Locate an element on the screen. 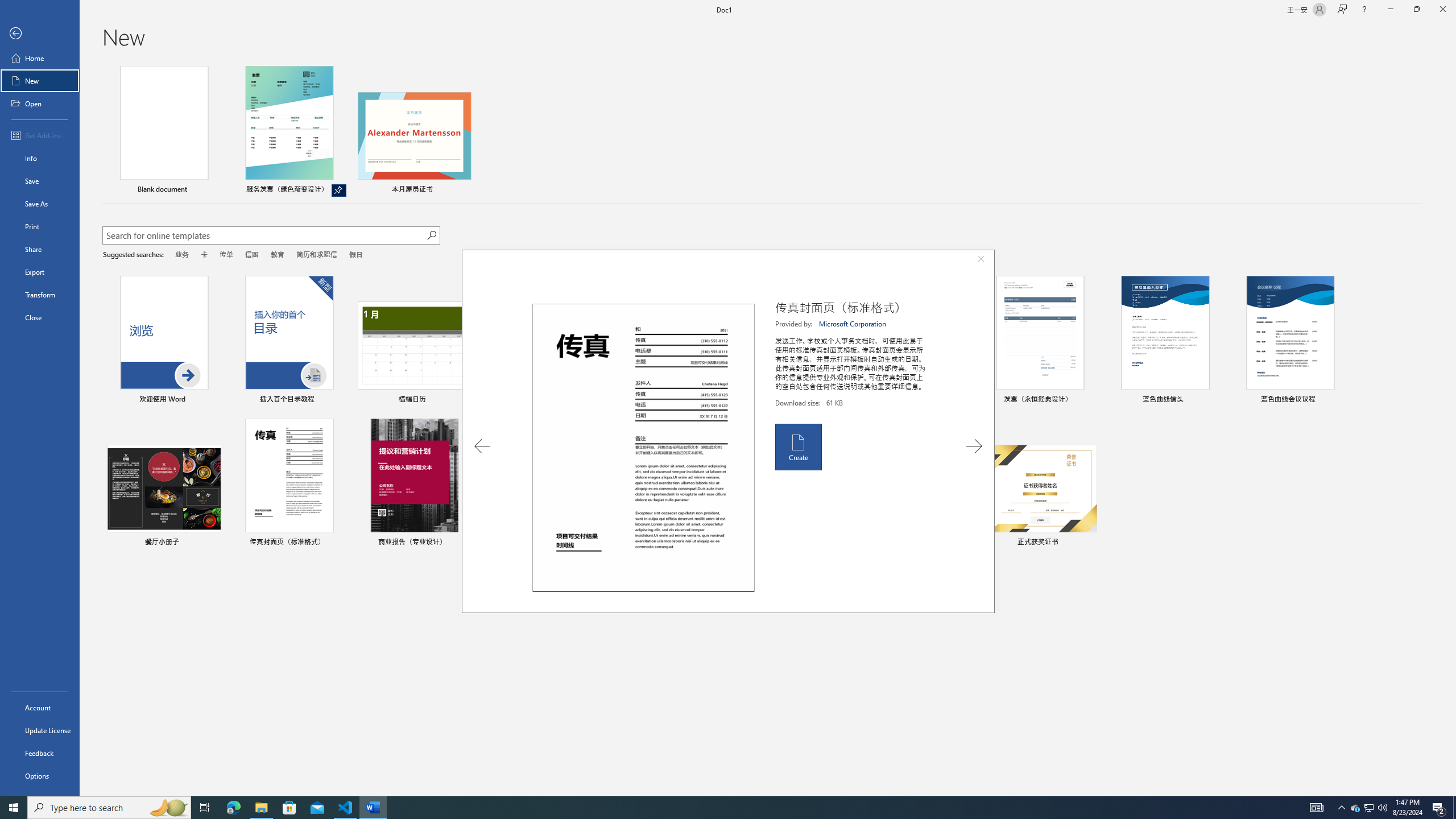 The width and height of the screenshot is (1456, 819). 'Feedback' is located at coordinates (39, 753).